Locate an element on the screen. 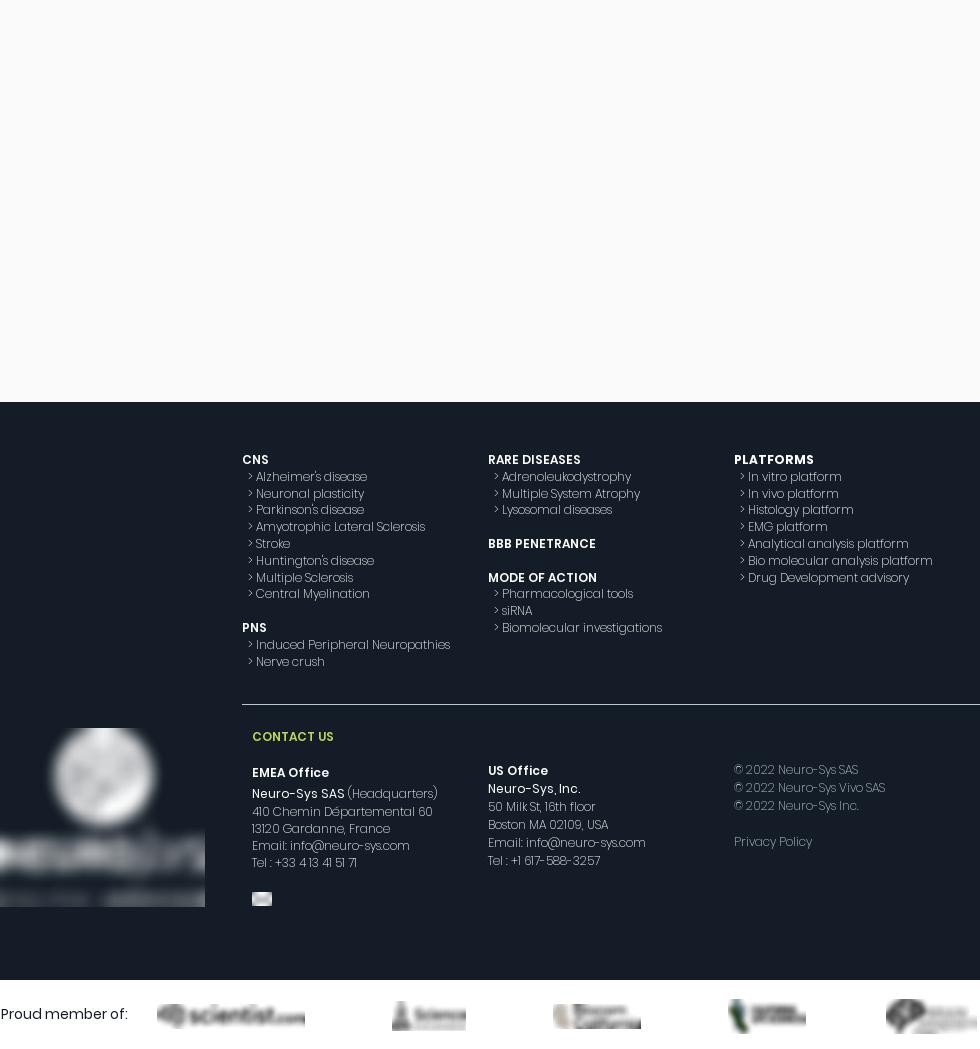 Image resolution: width=980 pixels, height=1049 pixels. '© 2022 Neuro-Sys Inc.' is located at coordinates (796, 805).